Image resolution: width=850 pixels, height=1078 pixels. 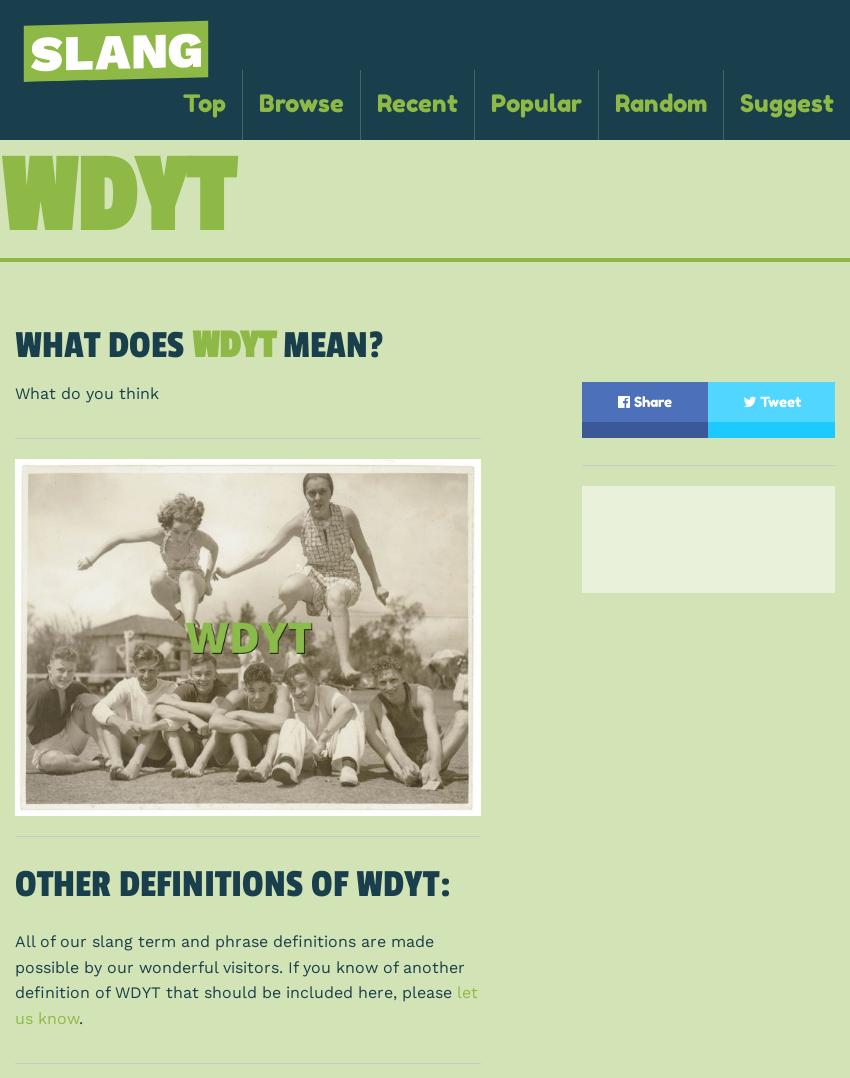 I want to click on 'Recent', so click(x=417, y=102).